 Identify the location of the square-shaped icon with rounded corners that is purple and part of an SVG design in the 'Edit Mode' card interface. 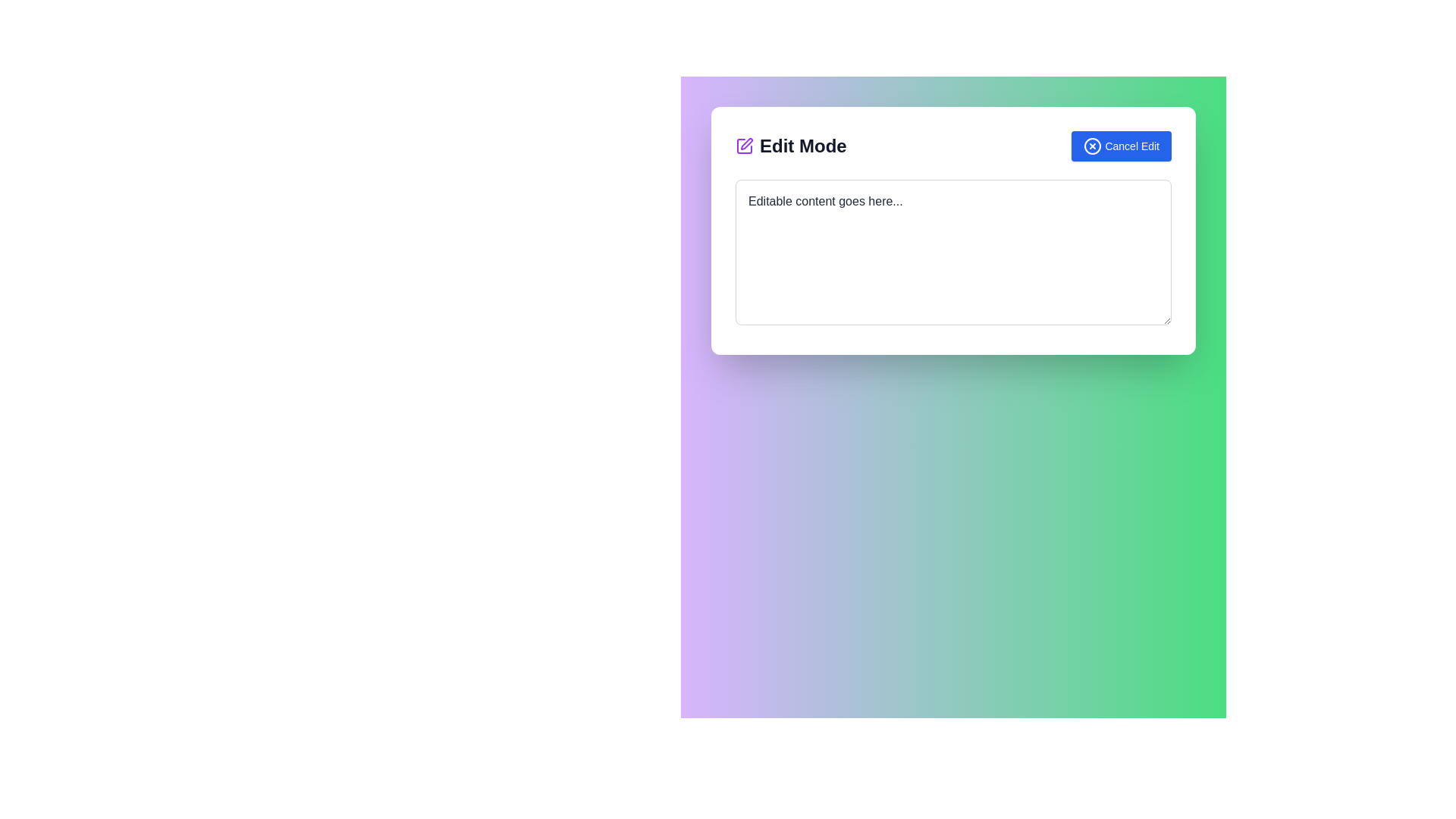
(745, 146).